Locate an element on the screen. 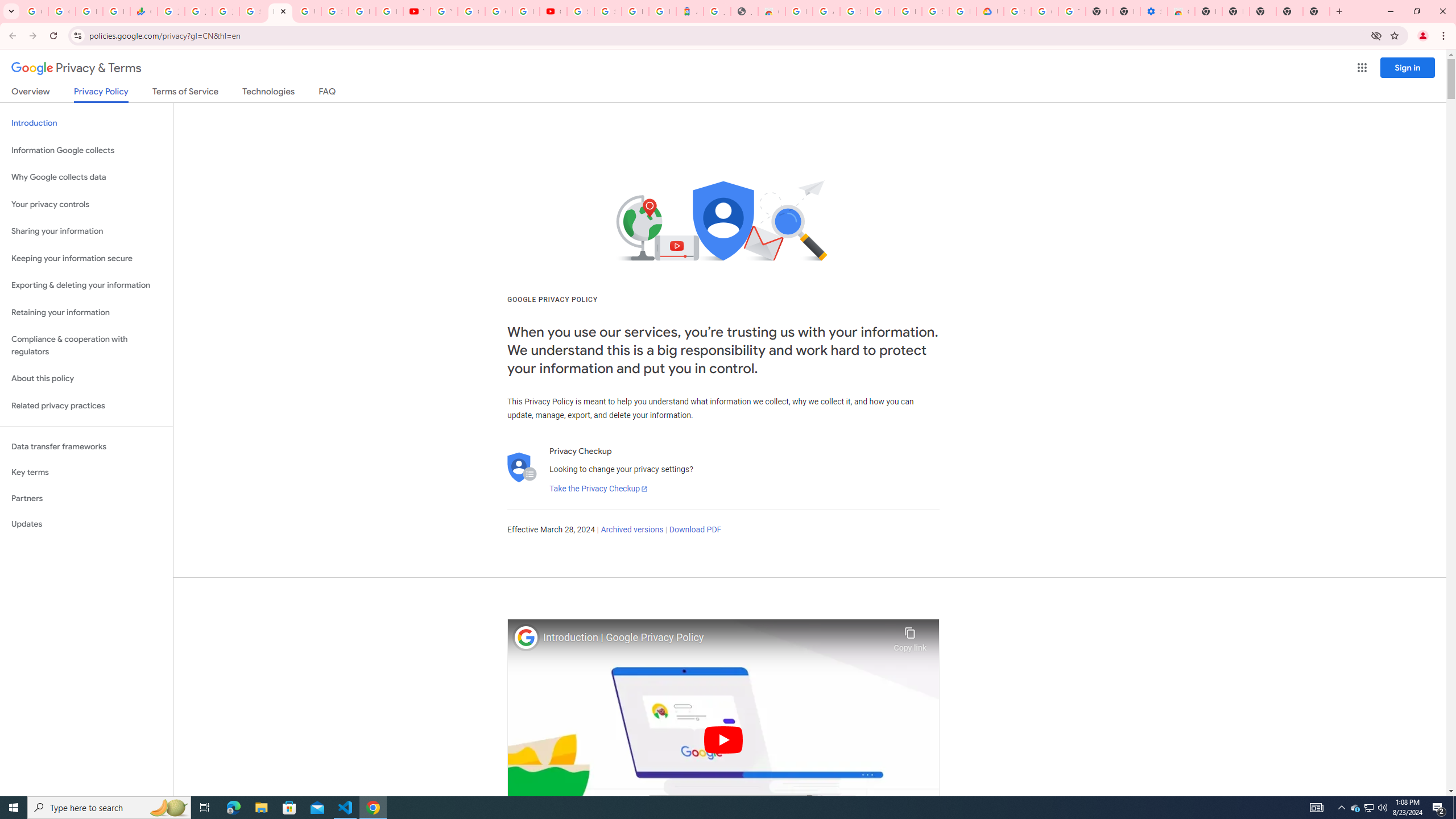  'Settings - Accessibility' is located at coordinates (1153, 11).